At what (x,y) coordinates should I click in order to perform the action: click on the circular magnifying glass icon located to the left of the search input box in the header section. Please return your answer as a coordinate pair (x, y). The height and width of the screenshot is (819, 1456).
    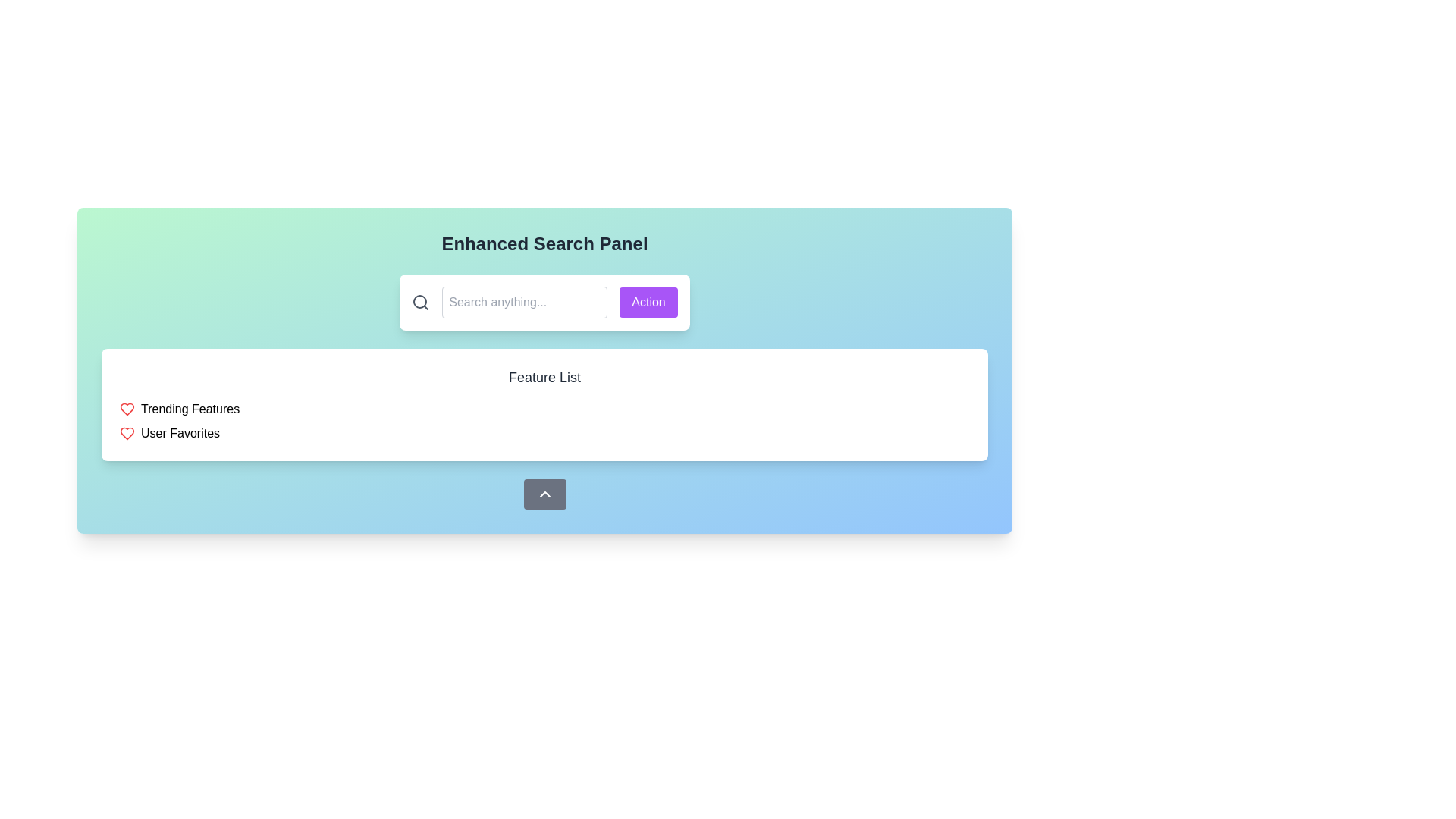
    Looking at the image, I should click on (420, 301).